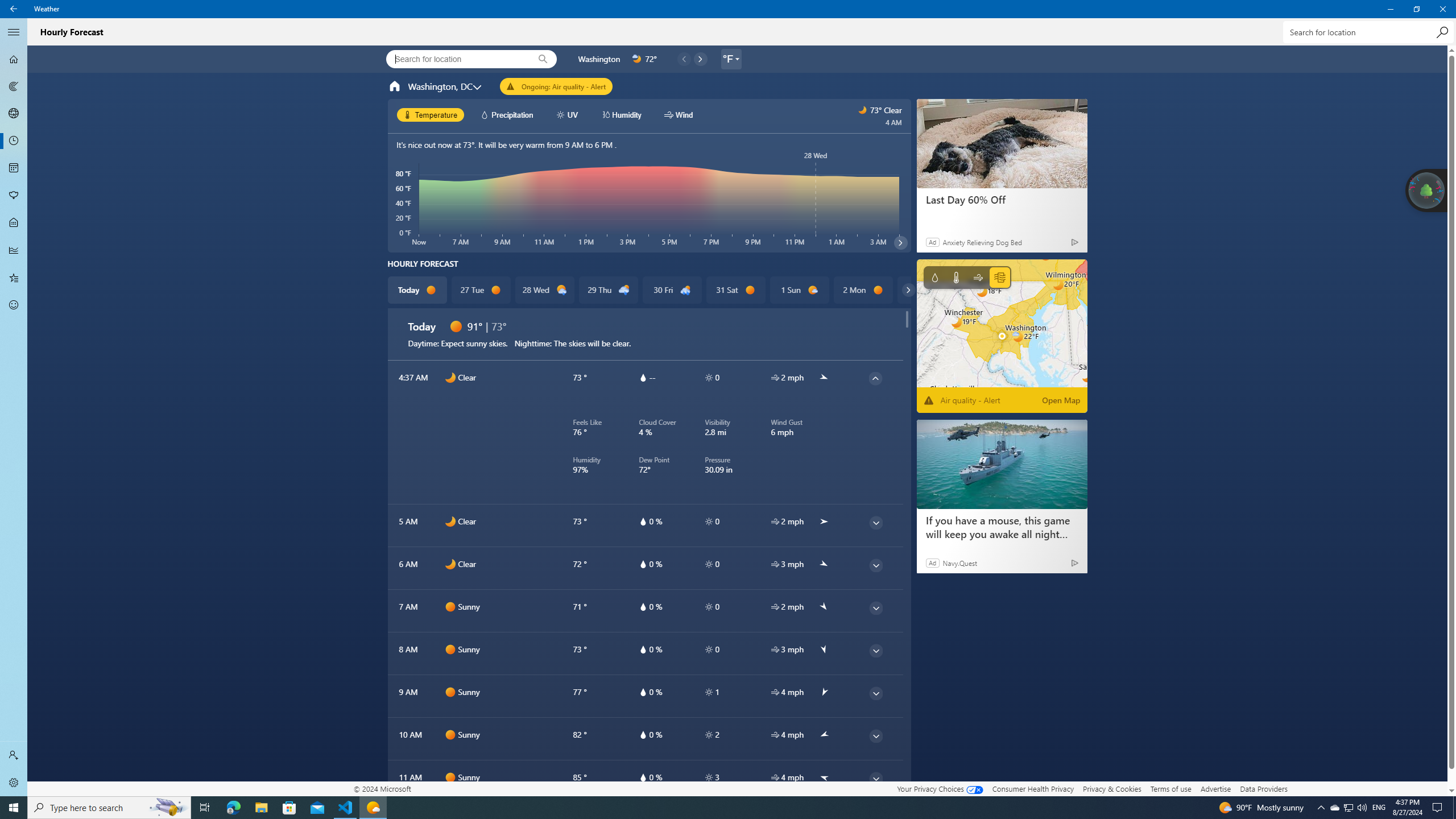 This screenshot has height=819, width=1456. What do you see at coordinates (1361, 806) in the screenshot?
I see `'Q2790: 100%'` at bounding box center [1361, 806].